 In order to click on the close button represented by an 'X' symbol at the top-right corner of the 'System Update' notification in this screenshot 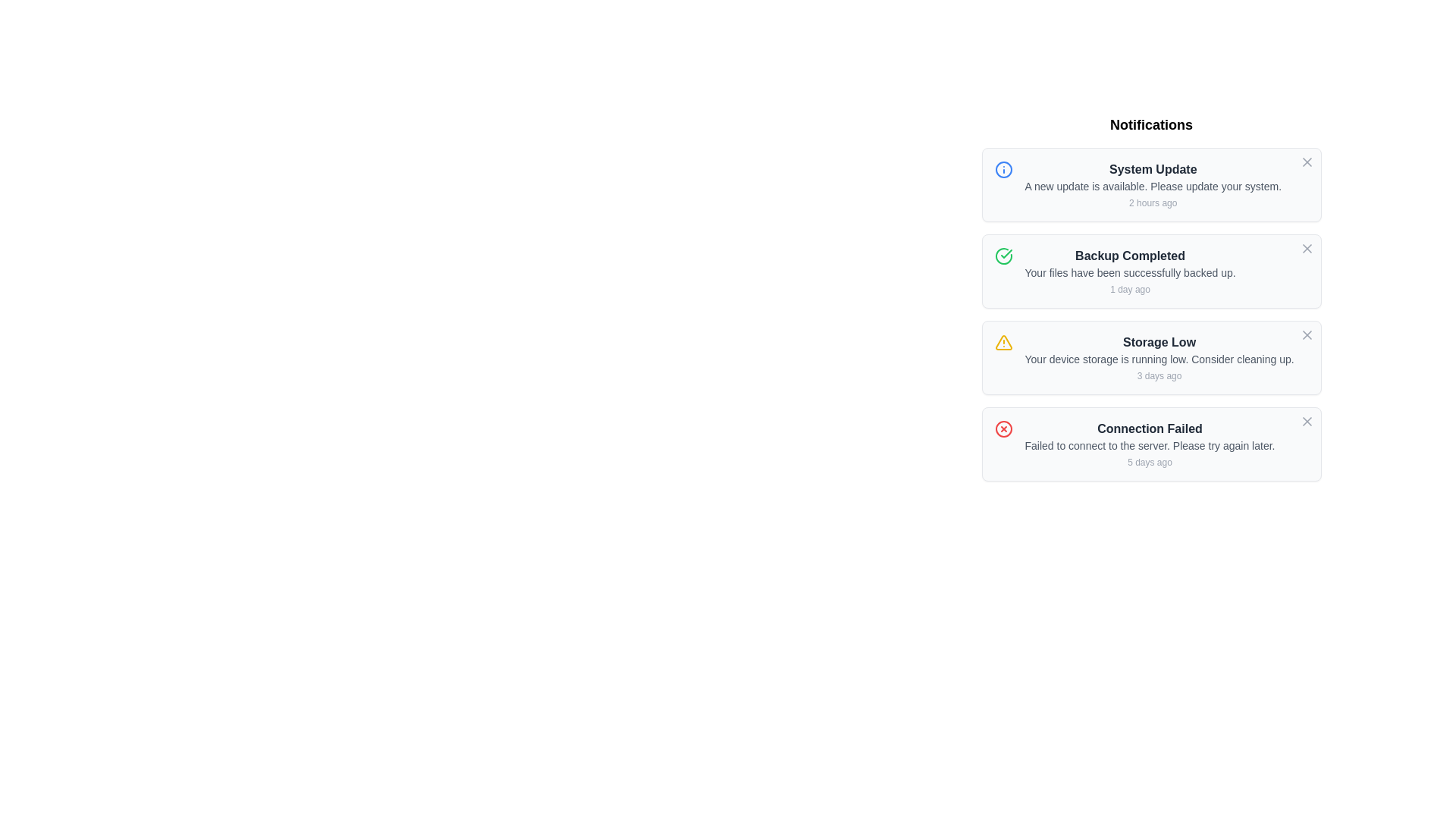, I will do `click(1306, 162)`.